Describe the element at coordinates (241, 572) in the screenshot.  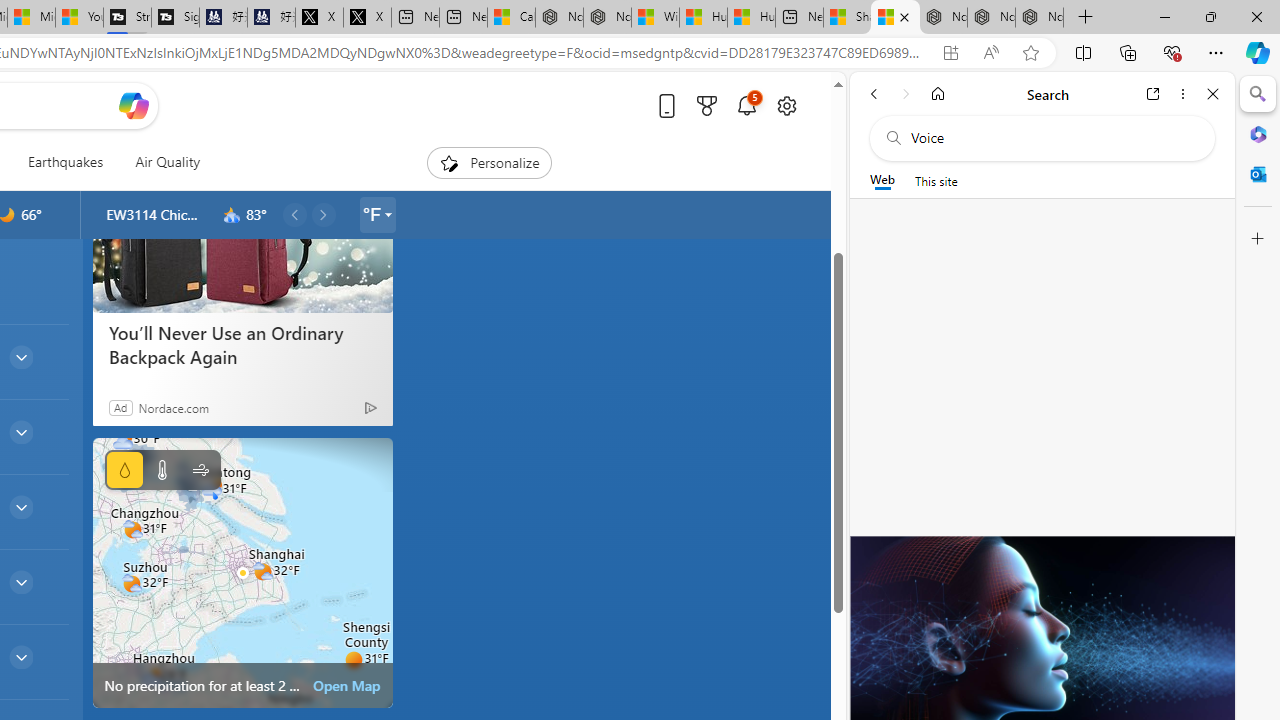
I see `'static map image of vector map'` at that location.